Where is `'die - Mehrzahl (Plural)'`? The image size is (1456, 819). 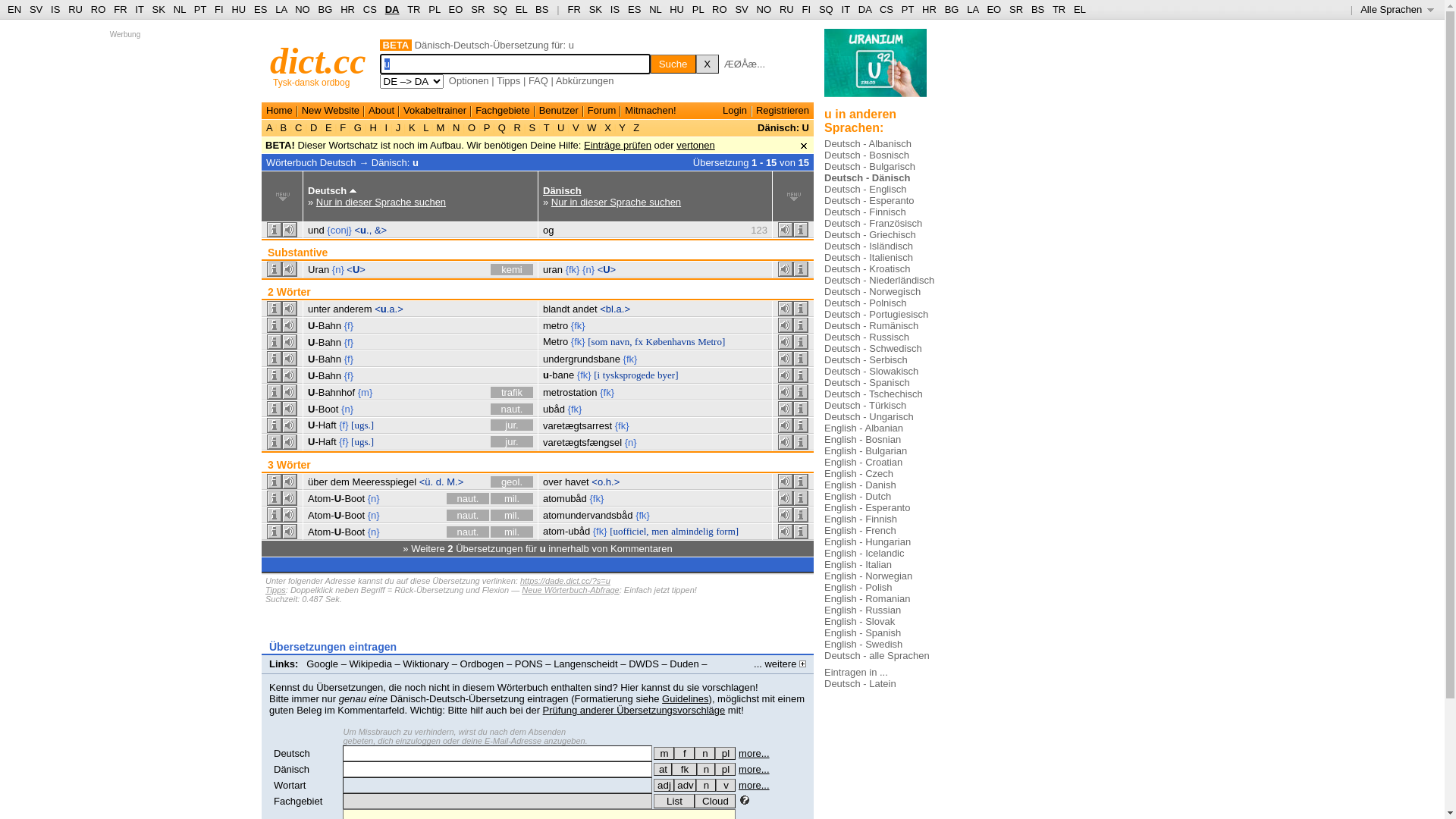 'die - Mehrzahl (Plural)' is located at coordinates (724, 753).